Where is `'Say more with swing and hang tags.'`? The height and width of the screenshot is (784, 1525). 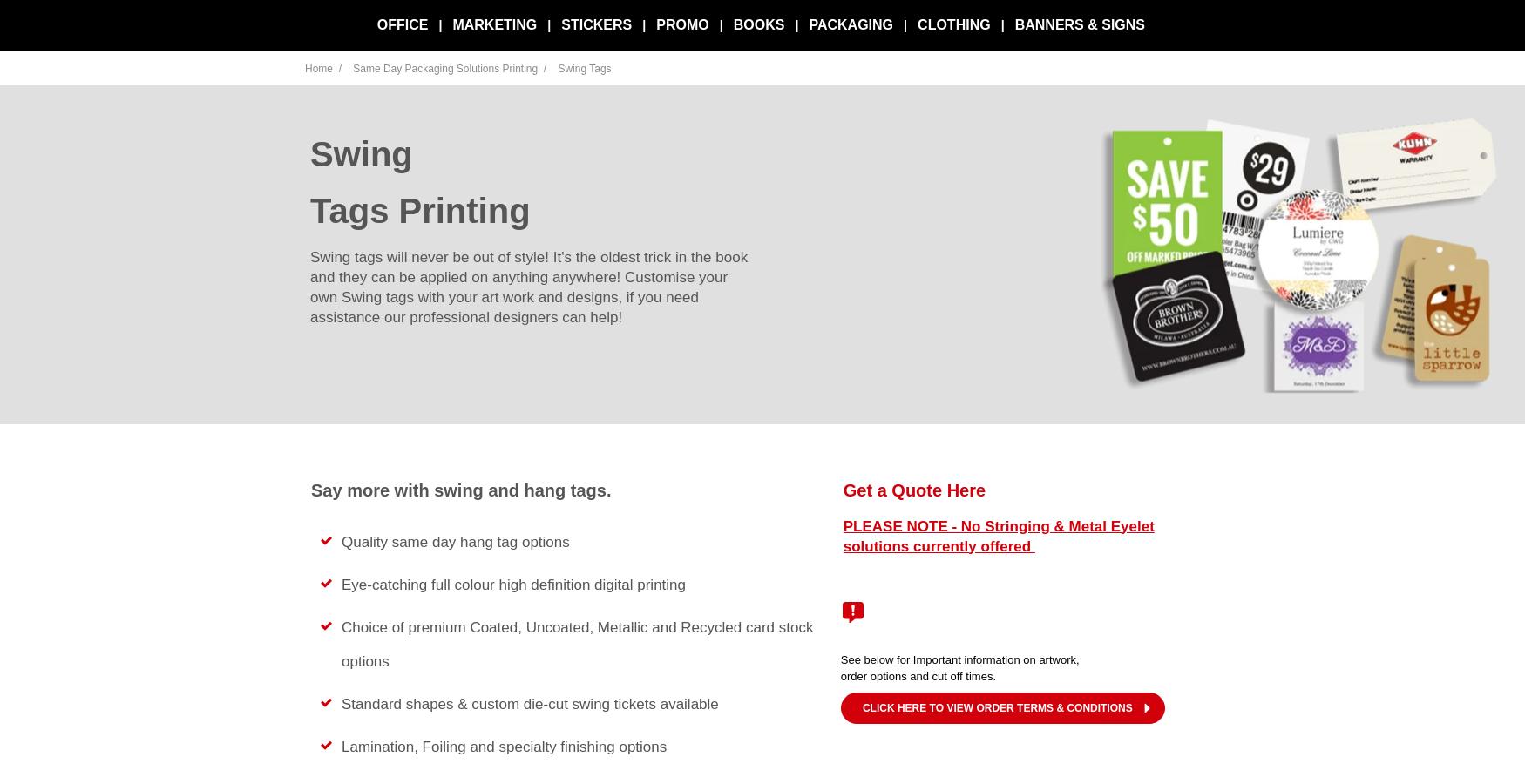
'Say more with swing and hang tags.' is located at coordinates (463, 488).